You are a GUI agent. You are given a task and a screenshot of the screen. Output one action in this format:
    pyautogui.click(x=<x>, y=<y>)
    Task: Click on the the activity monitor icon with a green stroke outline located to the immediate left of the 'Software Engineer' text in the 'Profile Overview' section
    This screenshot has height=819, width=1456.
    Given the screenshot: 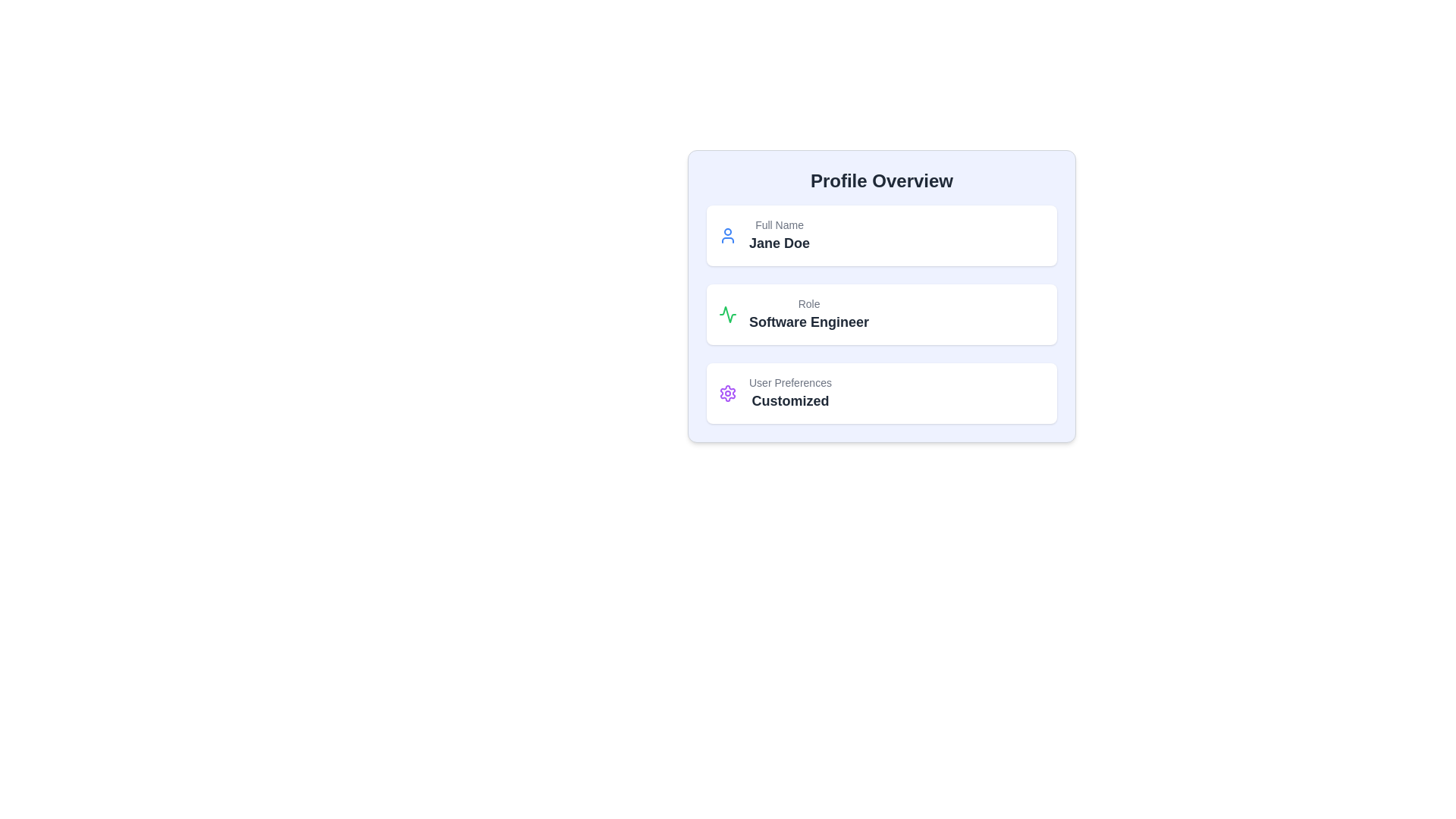 What is the action you would take?
    pyautogui.click(x=728, y=314)
    